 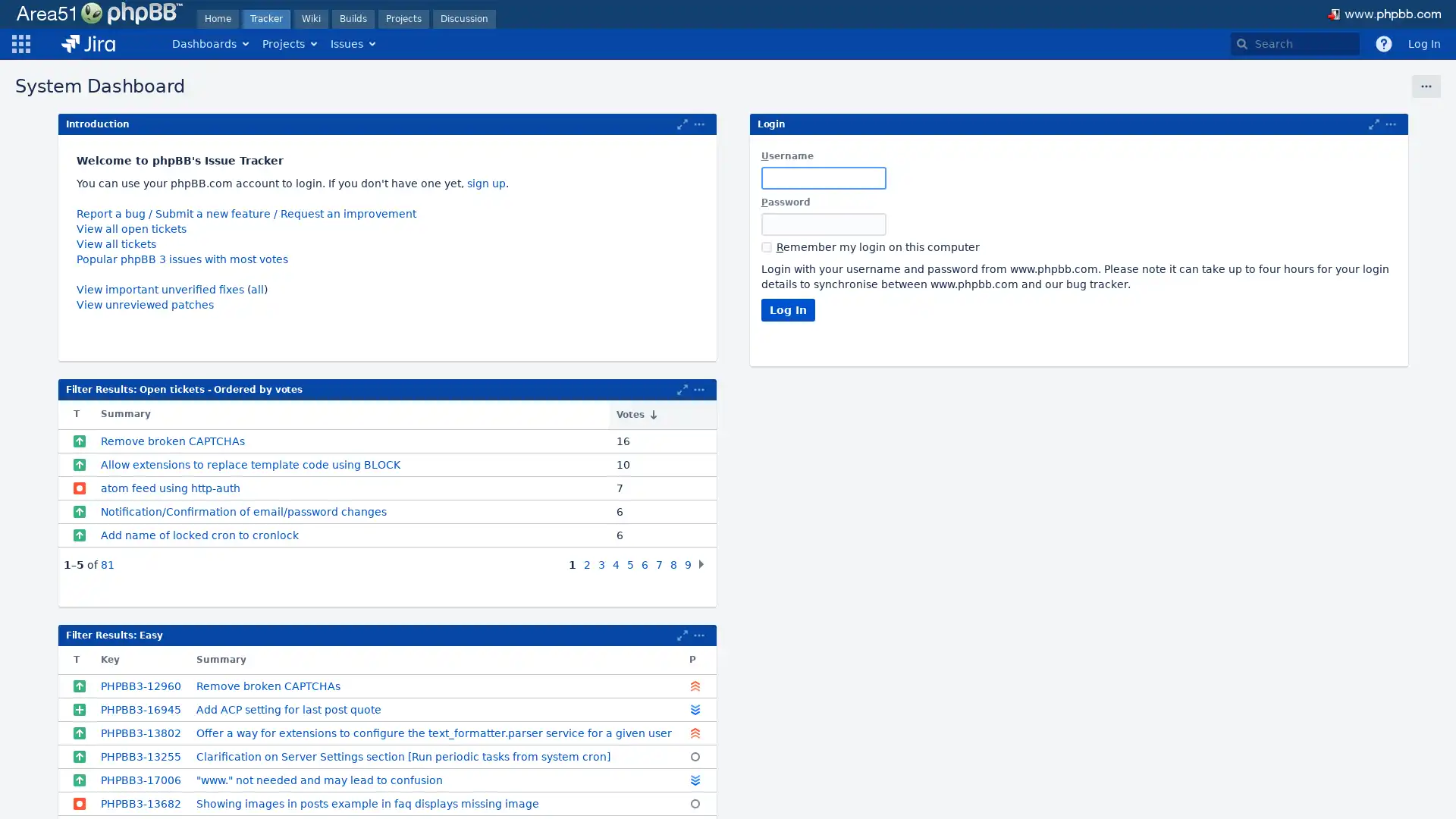 What do you see at coordinates (1373, 124) in the screenshot?
I see `Maximize` at bounding box center [1373, 124].